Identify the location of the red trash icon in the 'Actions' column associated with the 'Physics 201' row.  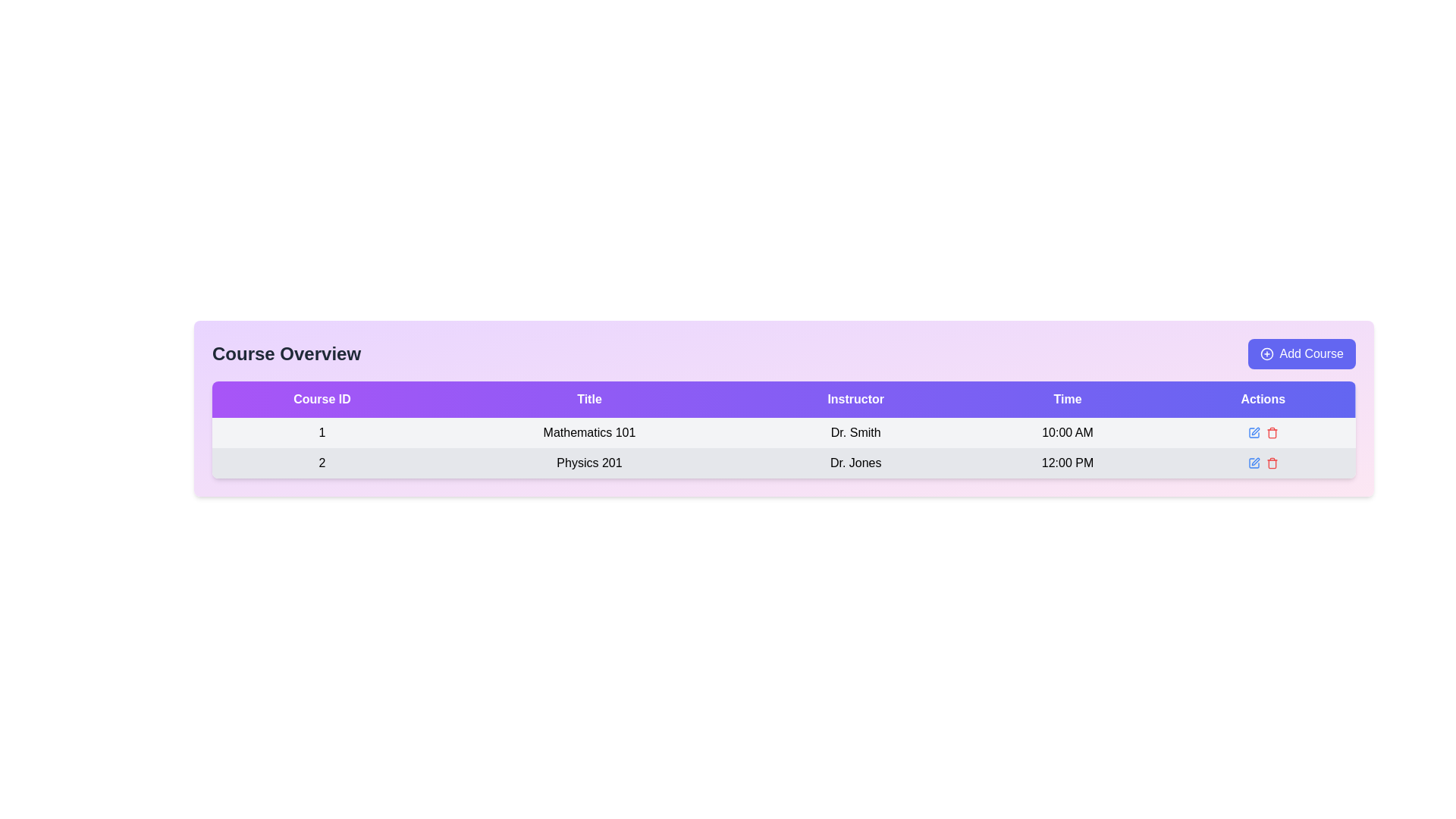
(1271, 432).